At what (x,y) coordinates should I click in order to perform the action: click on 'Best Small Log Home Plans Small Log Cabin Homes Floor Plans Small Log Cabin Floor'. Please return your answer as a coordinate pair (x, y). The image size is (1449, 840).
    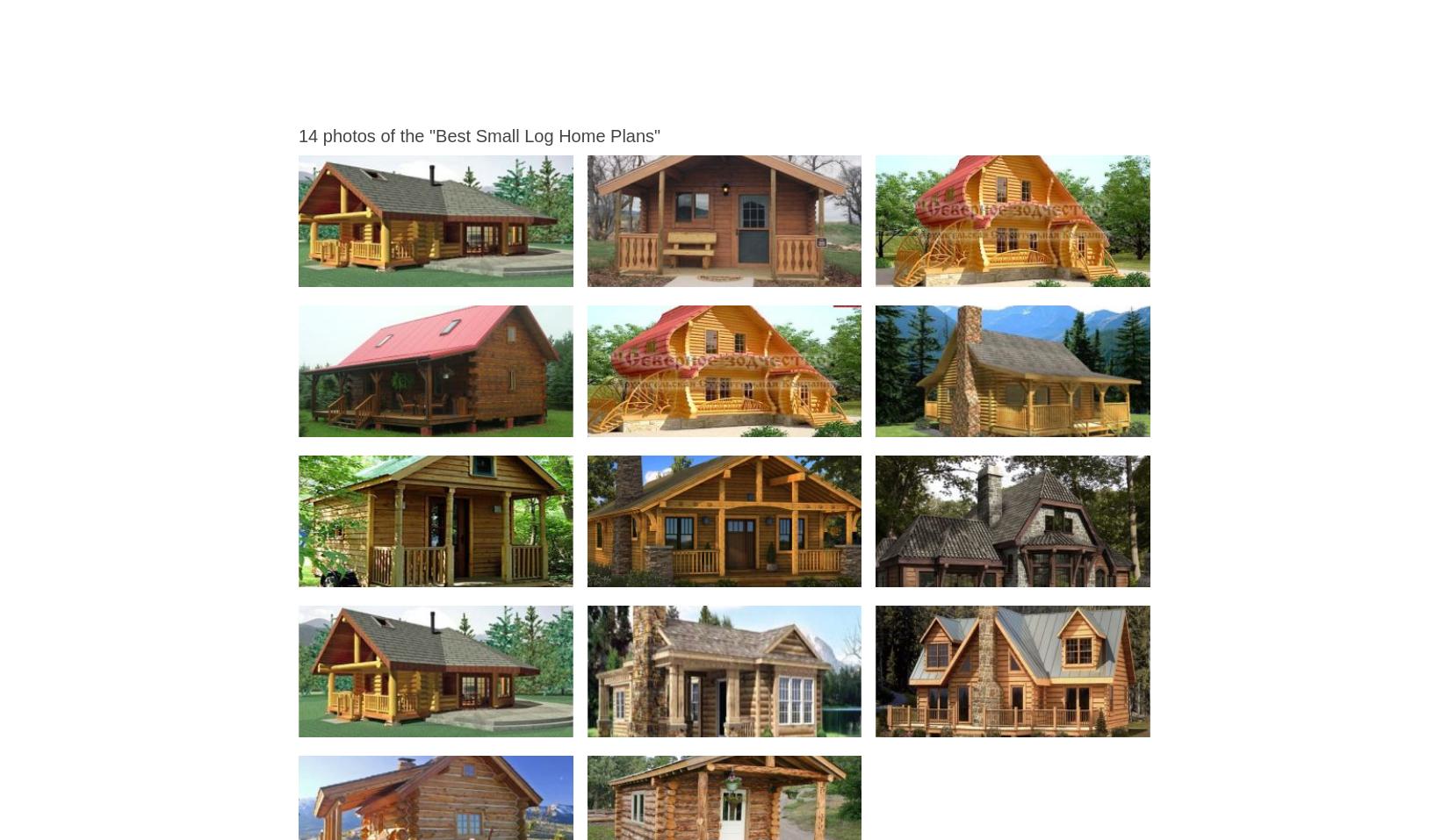
    Looking at the image, I should click on (1085, 421).